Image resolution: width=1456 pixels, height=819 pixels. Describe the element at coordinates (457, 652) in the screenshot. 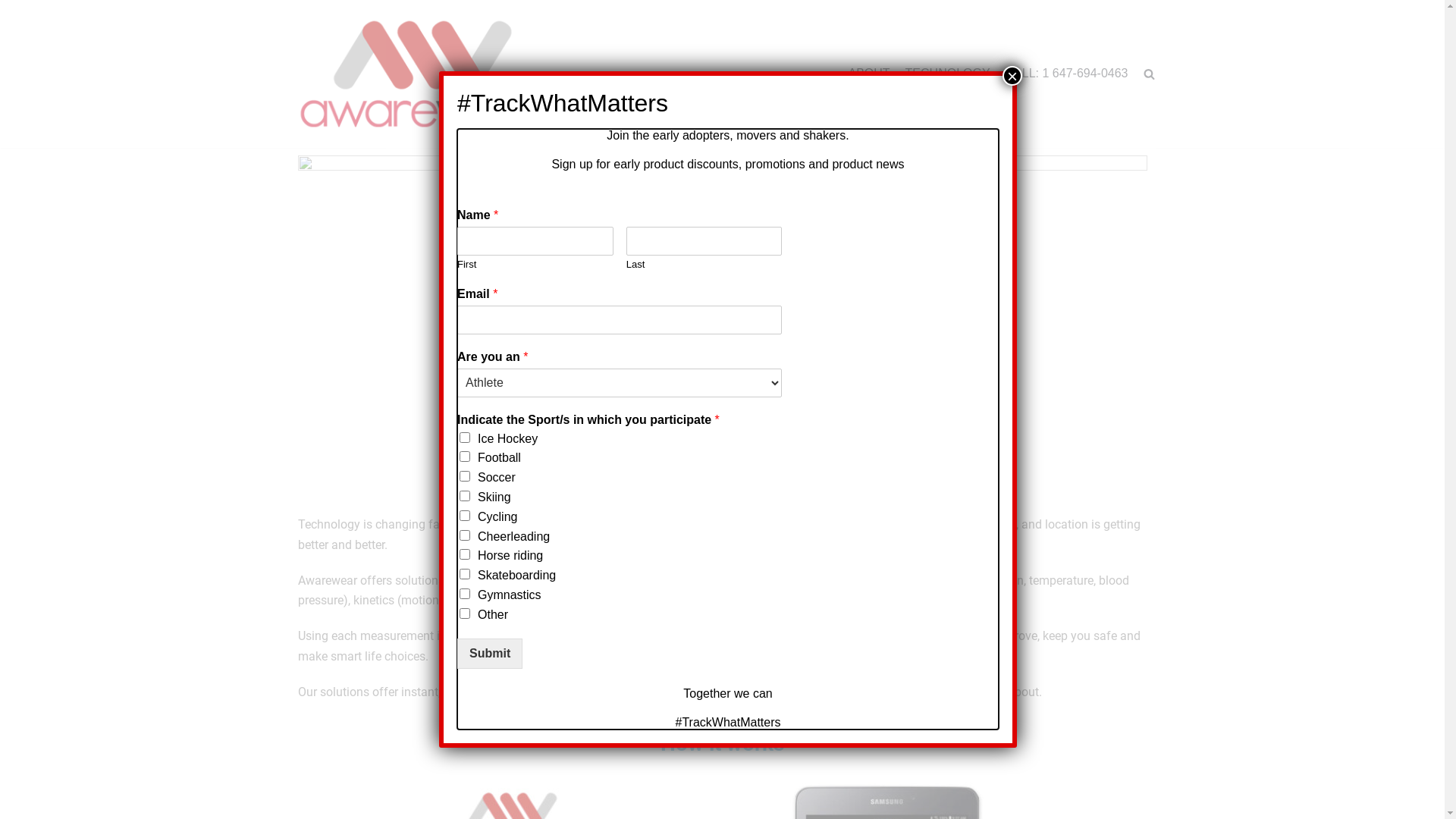

I see `'Submit'` at that location.